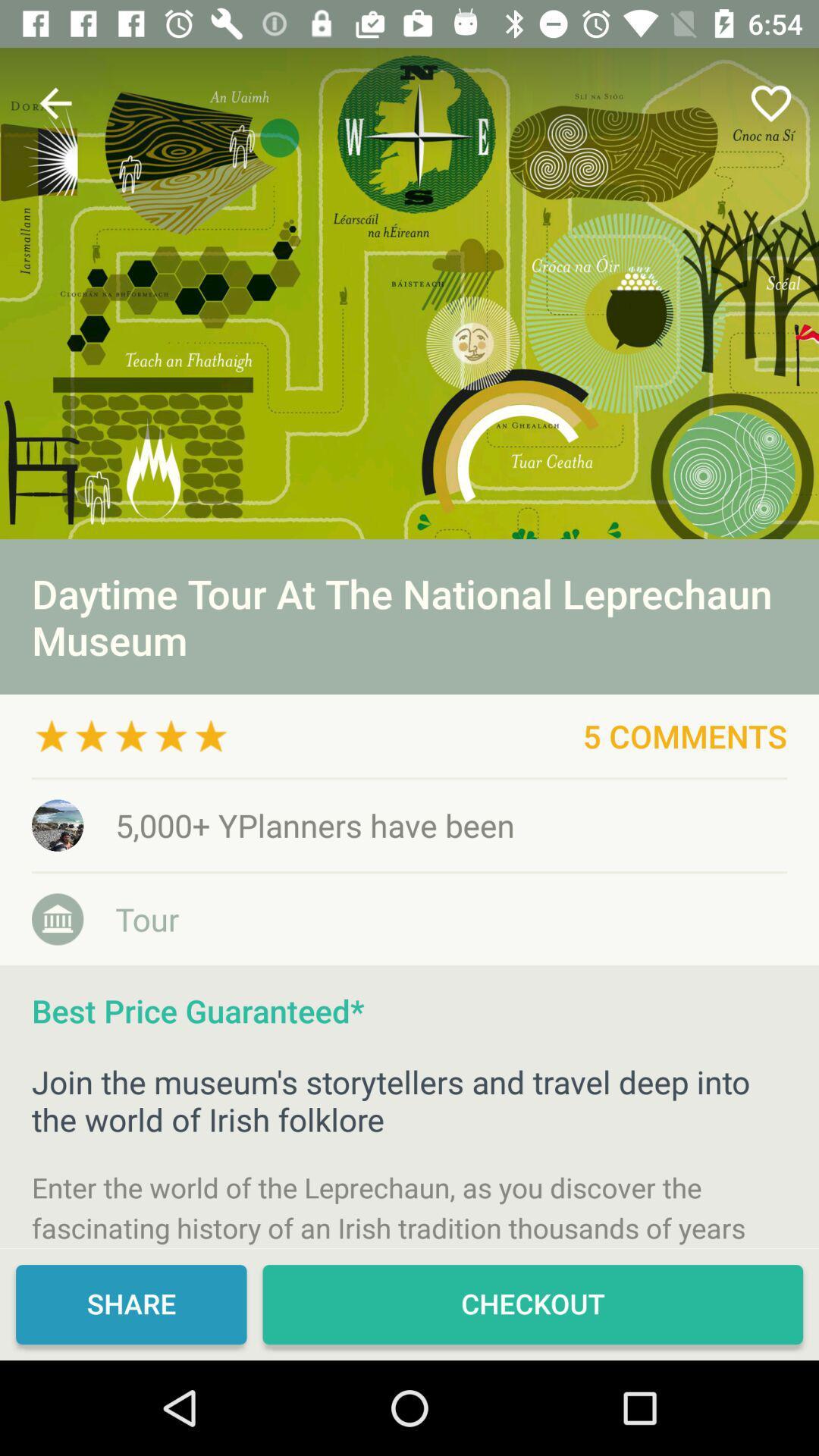 The image size is (819, 1456). Describe the element at coordinates (55, 102) in the screenshot. I see `the icon at the top left corner` at that location.